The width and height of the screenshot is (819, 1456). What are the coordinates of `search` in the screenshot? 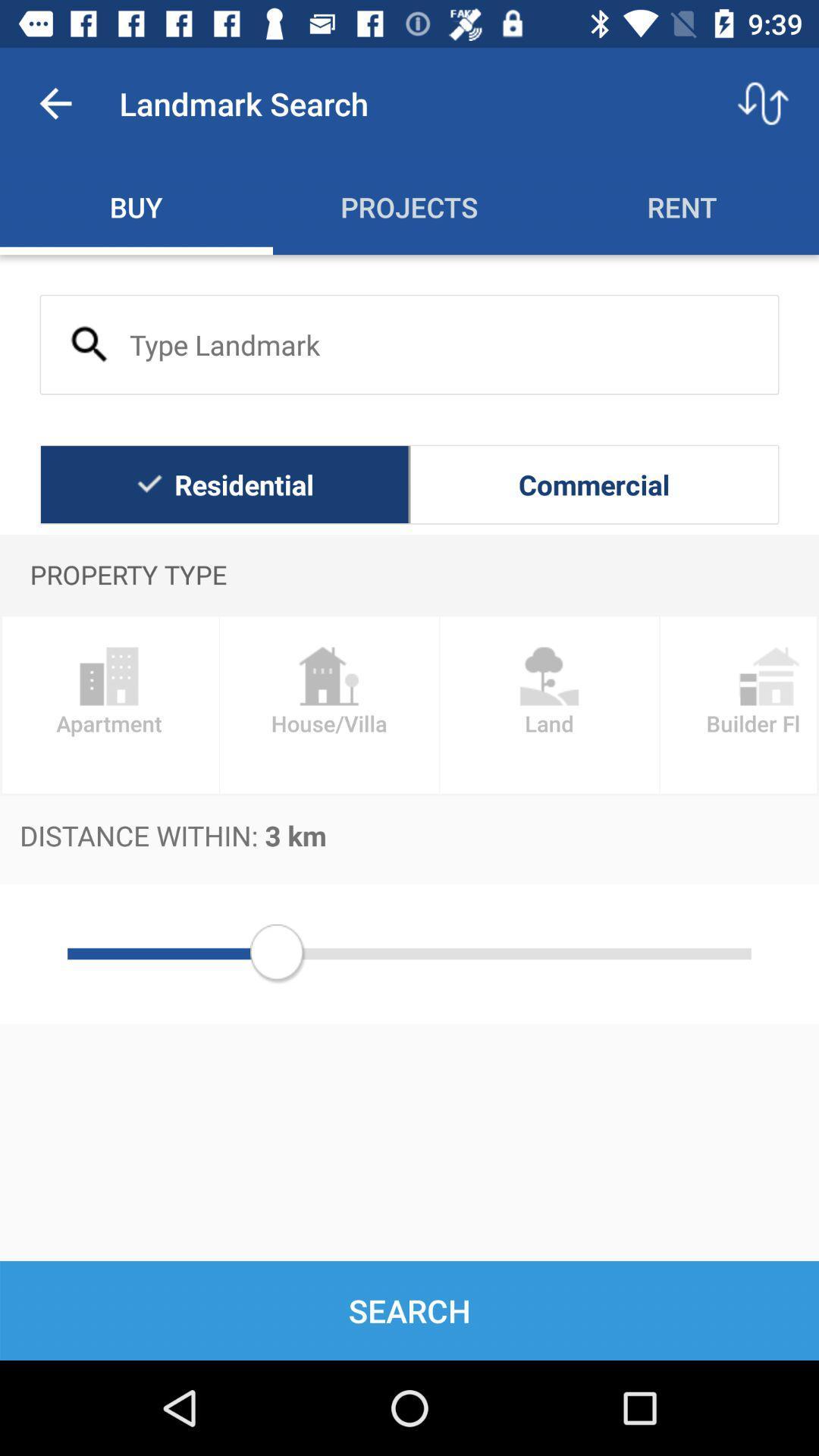 It's located at (409, 344).